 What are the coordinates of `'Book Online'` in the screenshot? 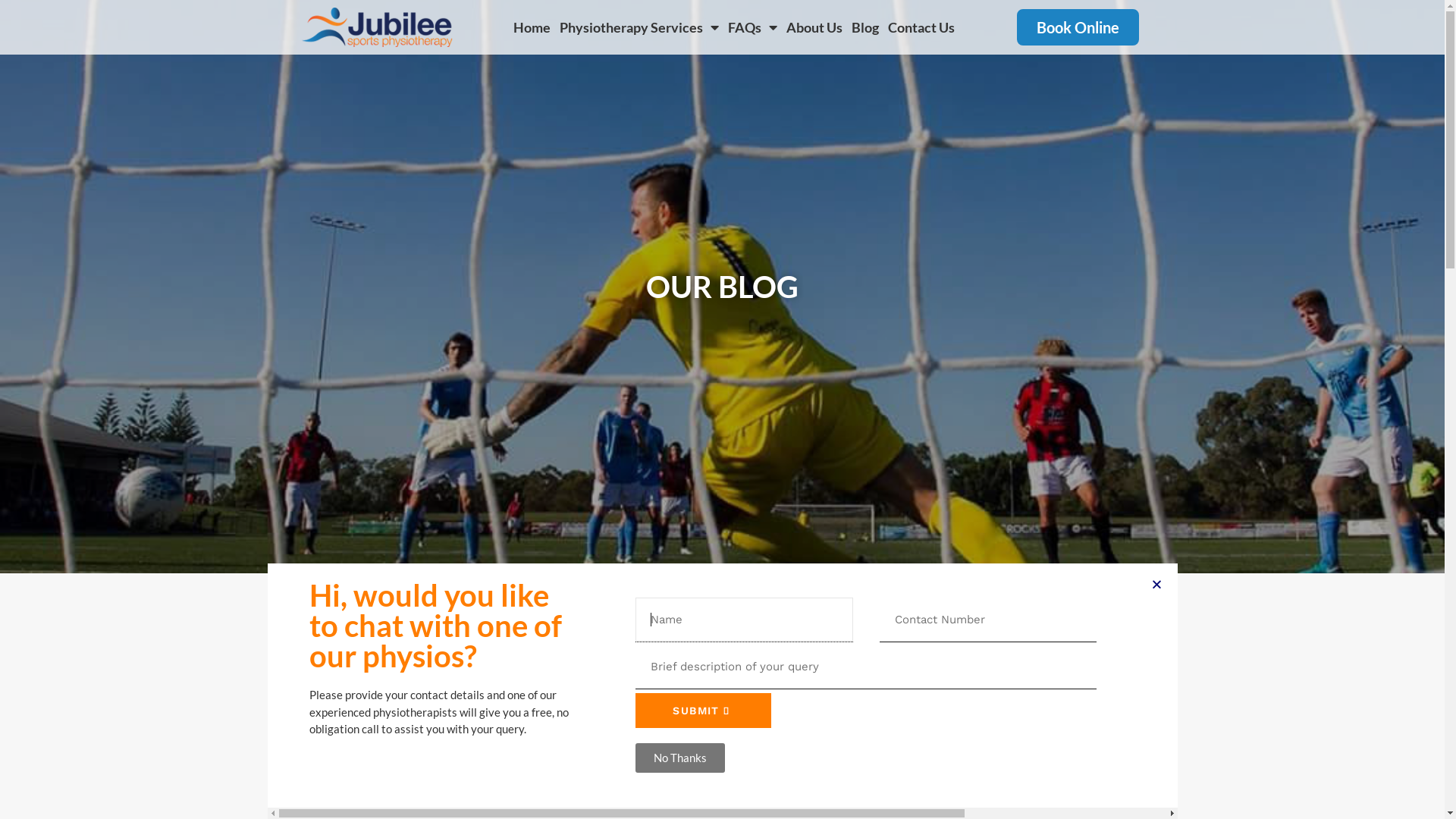 It's located at (1077, 27).